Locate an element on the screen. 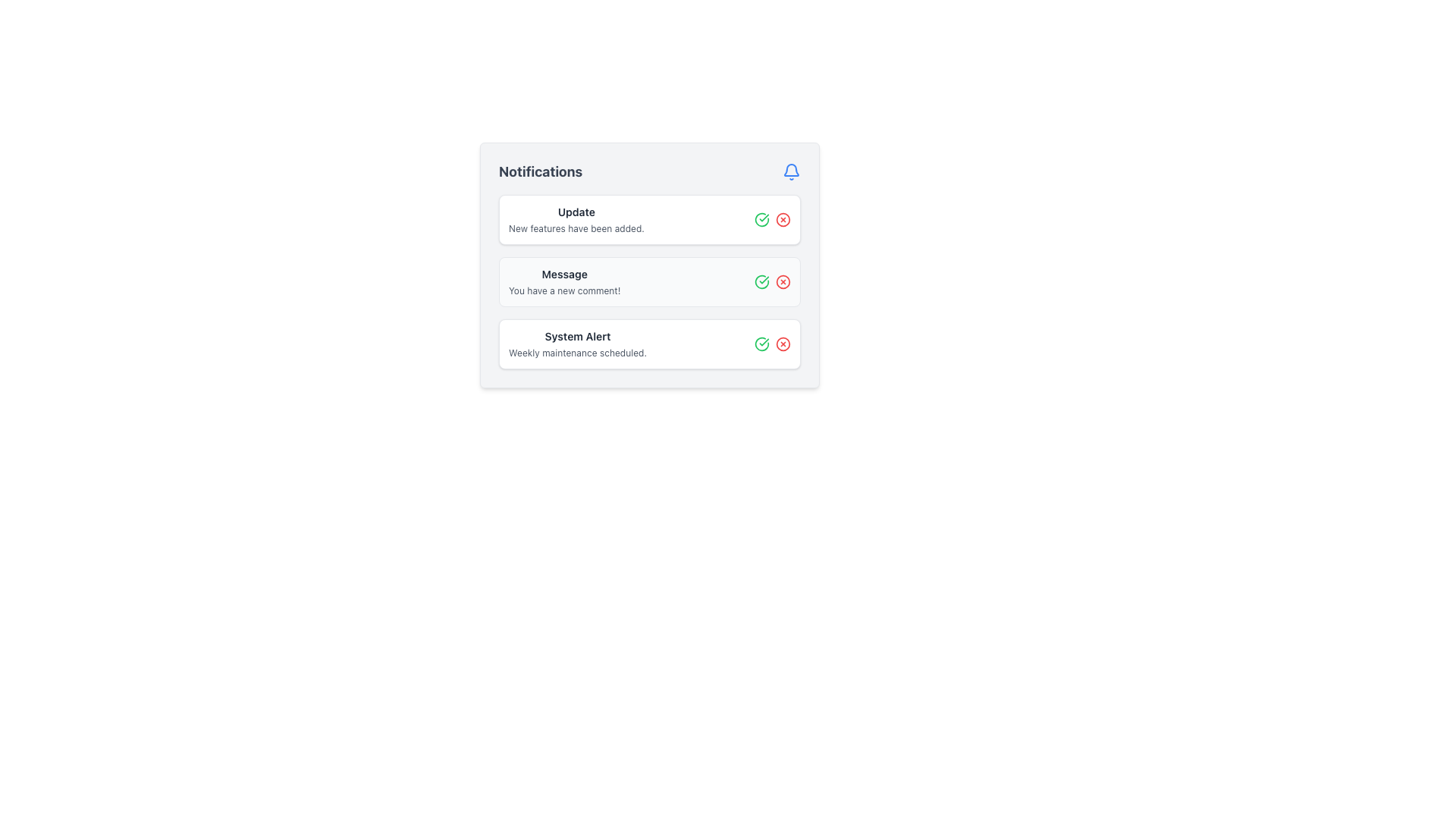 This screenshot has height=819, width=1456. text label that serves as the header for the notifications section, positioned to the left and above other notification content is located at coordinates (541, 171).